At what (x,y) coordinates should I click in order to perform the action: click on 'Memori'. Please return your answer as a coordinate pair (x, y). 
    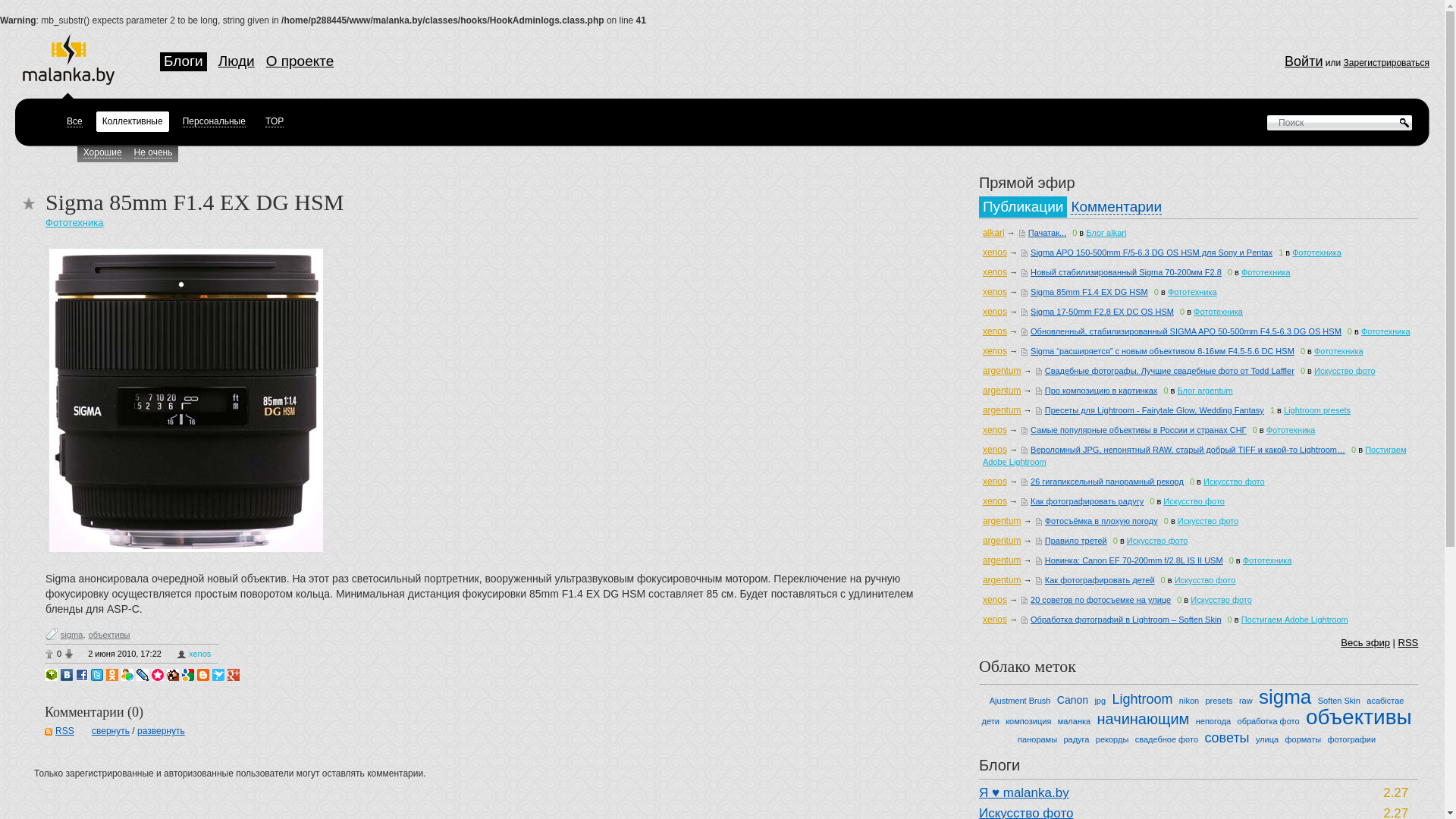
    Looking at the image, I should click on (152, 674).